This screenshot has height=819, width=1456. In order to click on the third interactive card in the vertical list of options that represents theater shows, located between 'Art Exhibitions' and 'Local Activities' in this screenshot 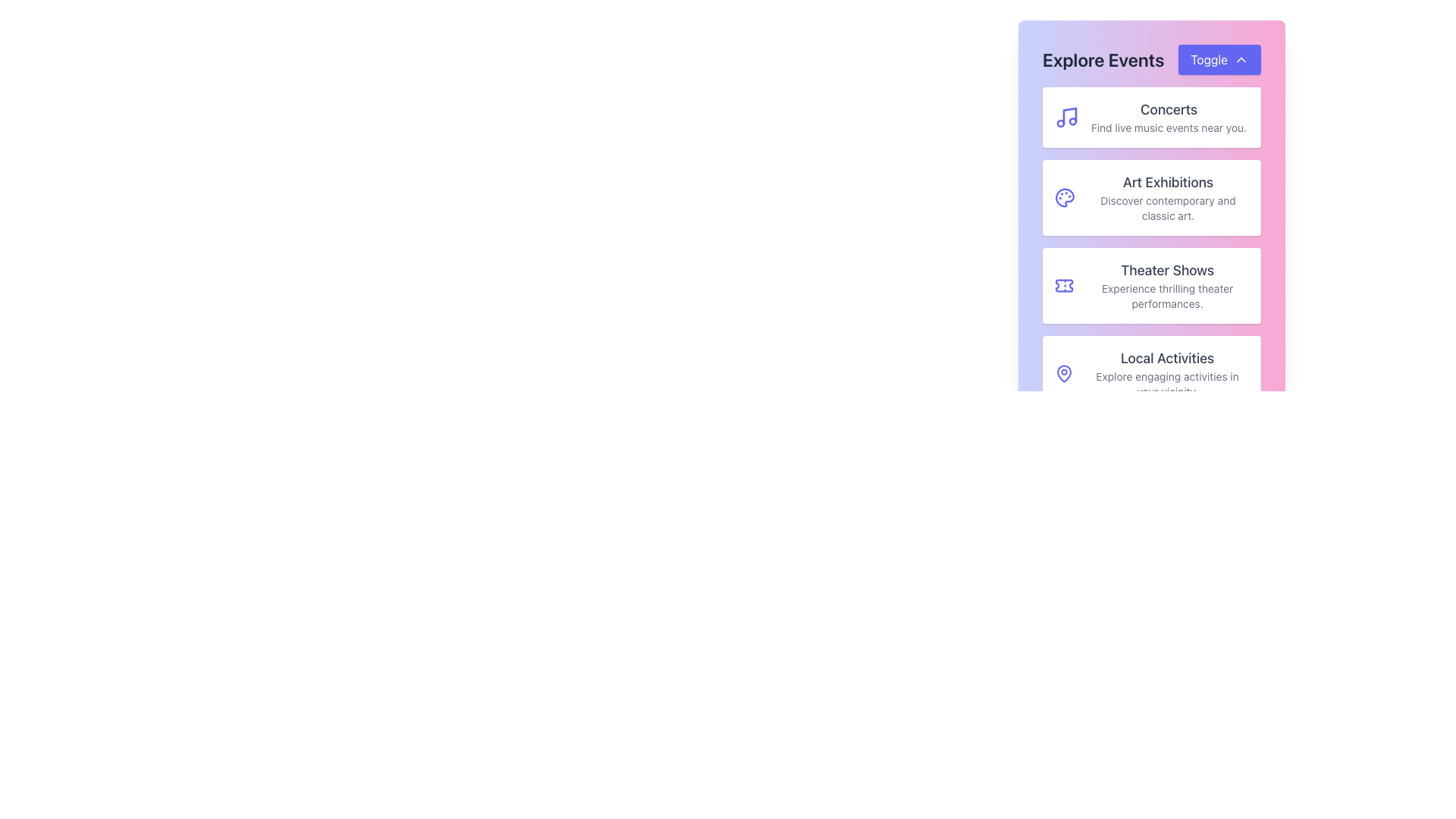, I will do `click(1151, 286)`.